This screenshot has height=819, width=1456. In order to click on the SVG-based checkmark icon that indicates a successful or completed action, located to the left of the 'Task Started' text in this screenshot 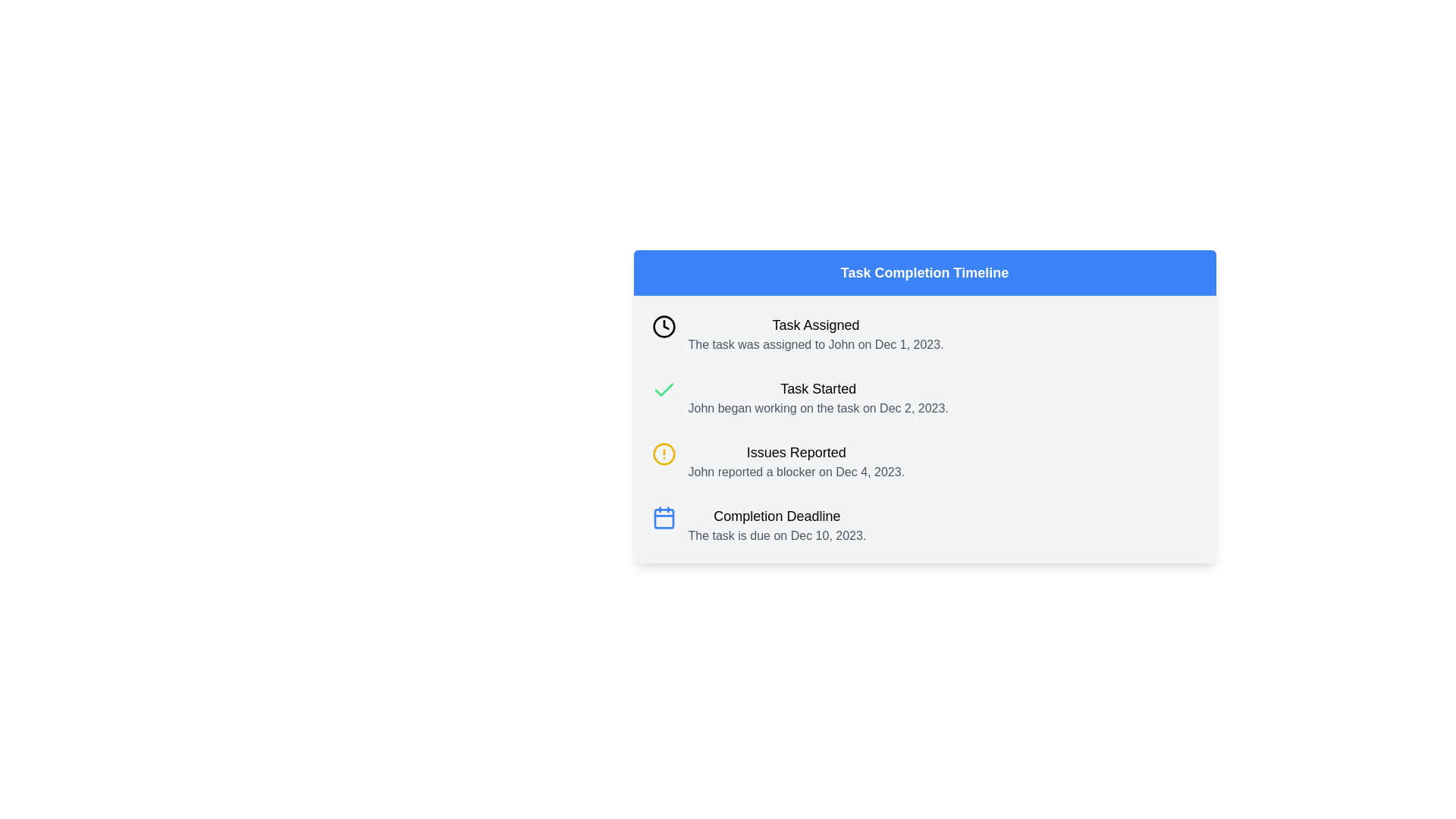, I will do `click(664, 389)`.